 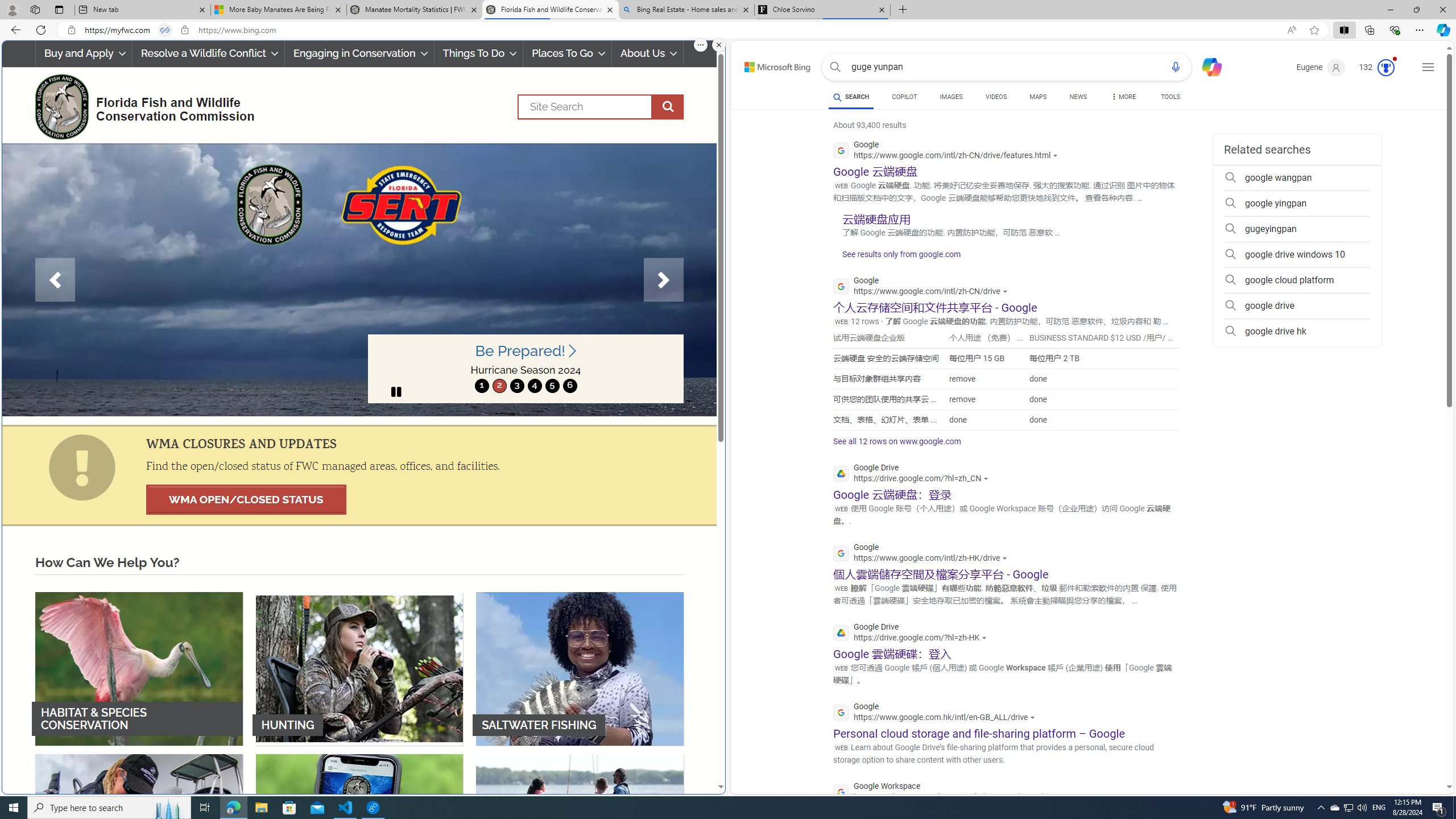 What do you see at coordinates (478, 53) in the screenshot?
I see `'Things To Do'` at bounding box center [478, 53].